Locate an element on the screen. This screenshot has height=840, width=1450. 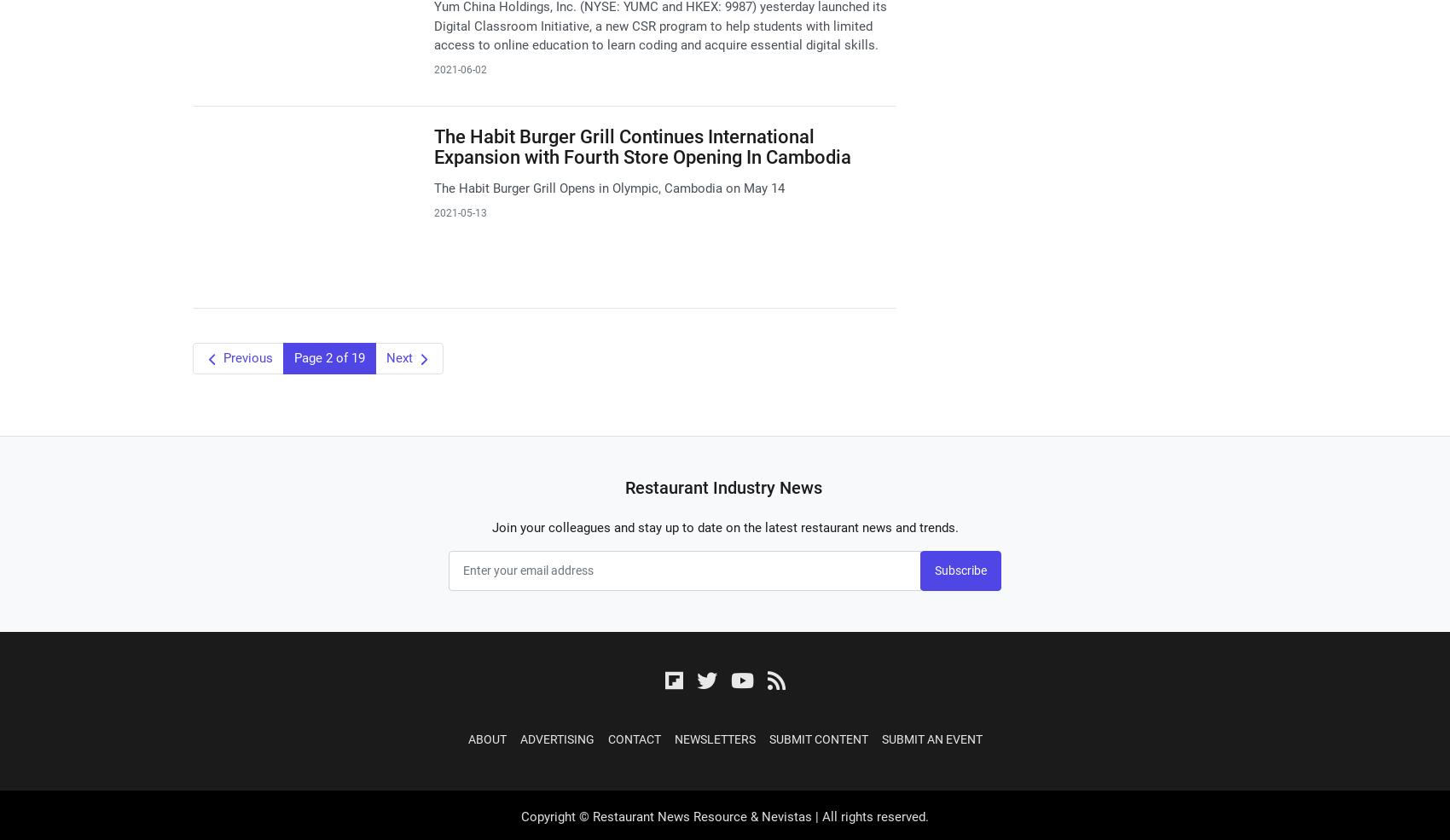
'Advertising' is located at coordinates (556, 738).